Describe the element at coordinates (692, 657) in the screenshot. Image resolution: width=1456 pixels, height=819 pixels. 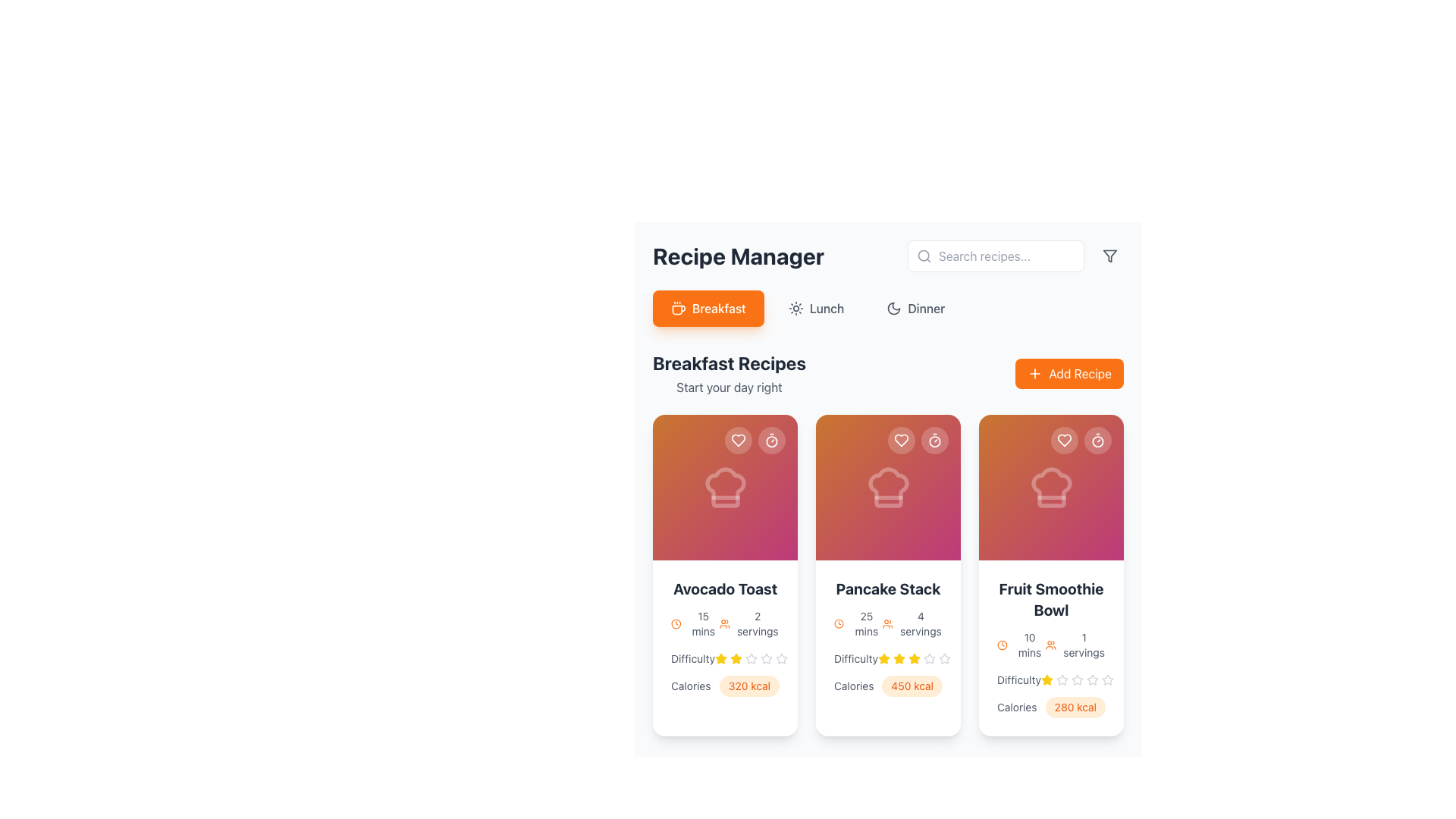
I see `the 'Difficulty' text label, which is a smaller grayish text component located at the bottom-left corner of the recipe card, next to star icons for difficulty ratings` at that location.